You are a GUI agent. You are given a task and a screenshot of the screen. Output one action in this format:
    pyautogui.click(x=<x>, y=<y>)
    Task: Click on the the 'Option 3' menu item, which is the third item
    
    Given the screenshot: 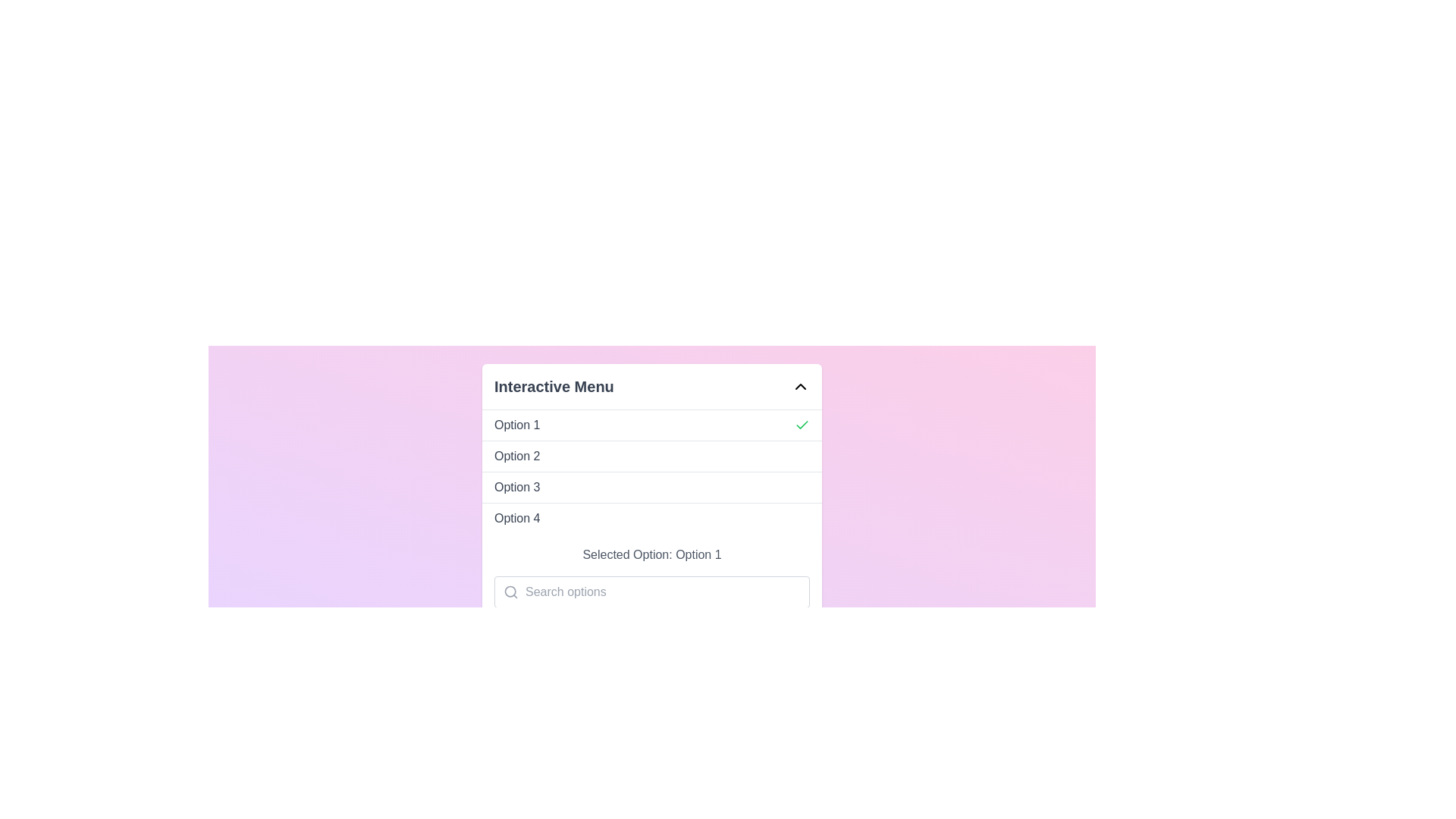 What is the action you would take?
    pyautogui.click(x=651, y=487)
    